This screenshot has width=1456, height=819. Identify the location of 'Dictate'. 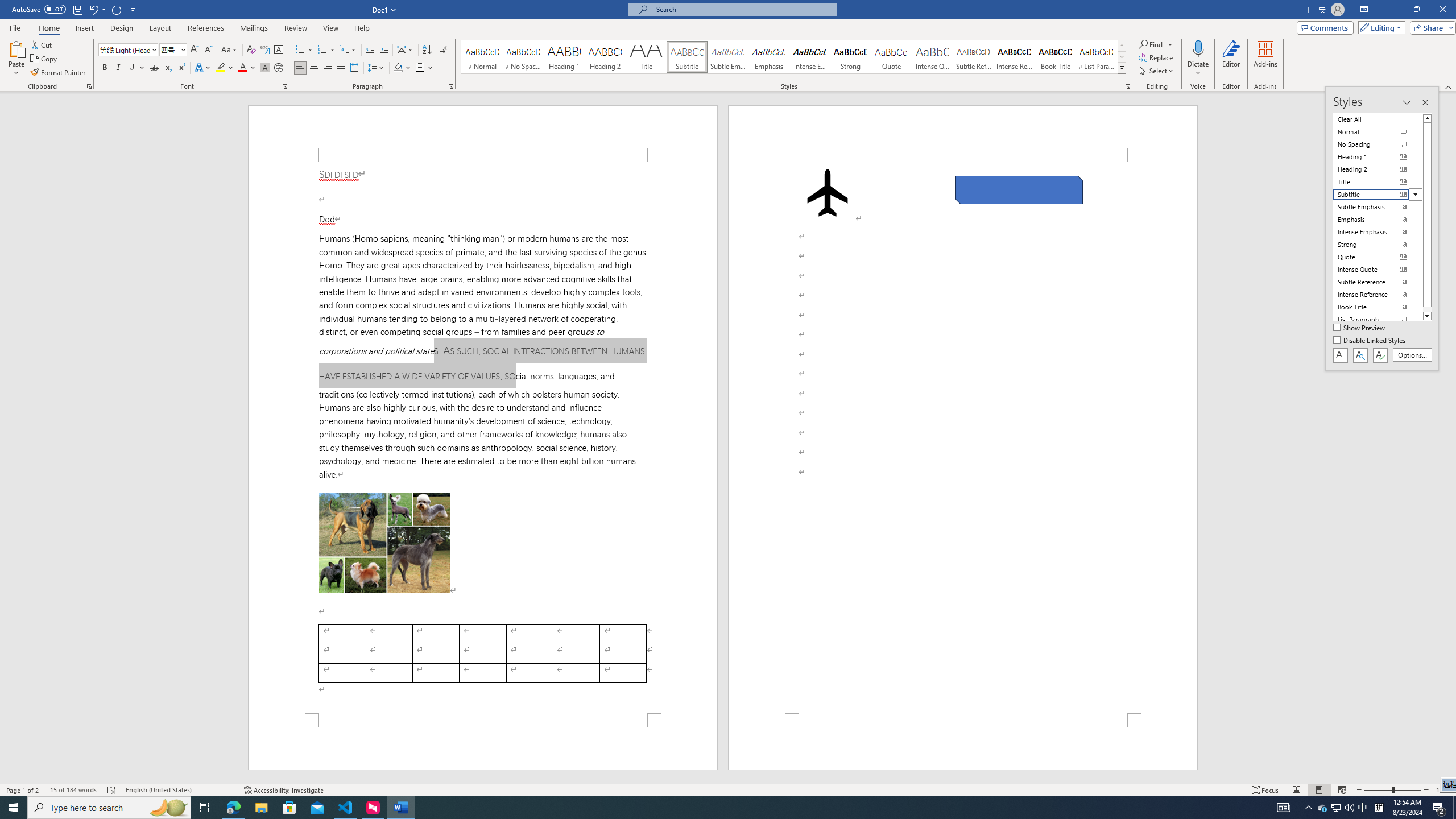
(1198, 48).